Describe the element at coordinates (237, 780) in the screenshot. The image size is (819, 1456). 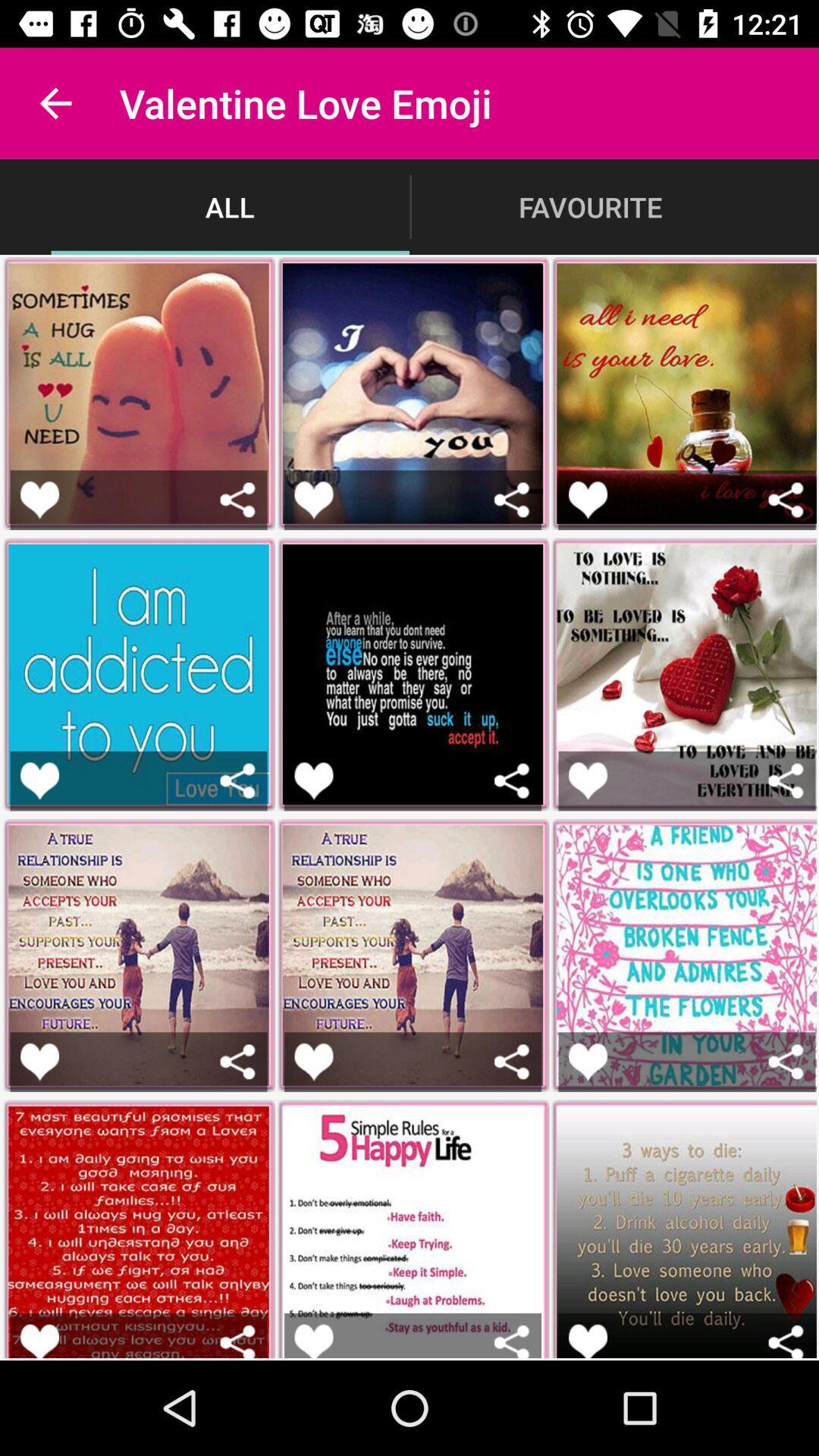
I see `share emoji` at that location.